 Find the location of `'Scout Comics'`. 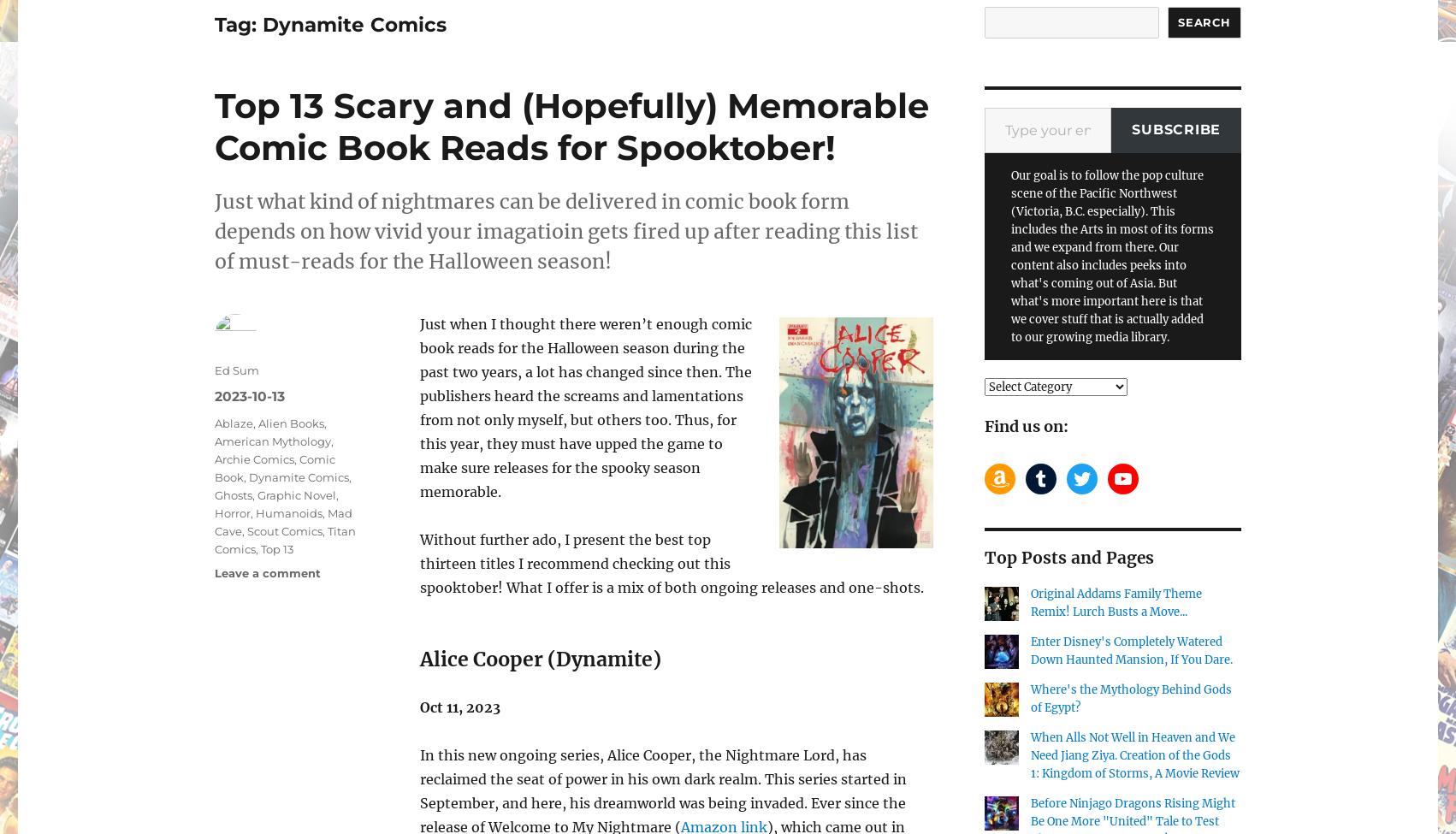

'Scout Comics' is located at coordinates (285, 530).